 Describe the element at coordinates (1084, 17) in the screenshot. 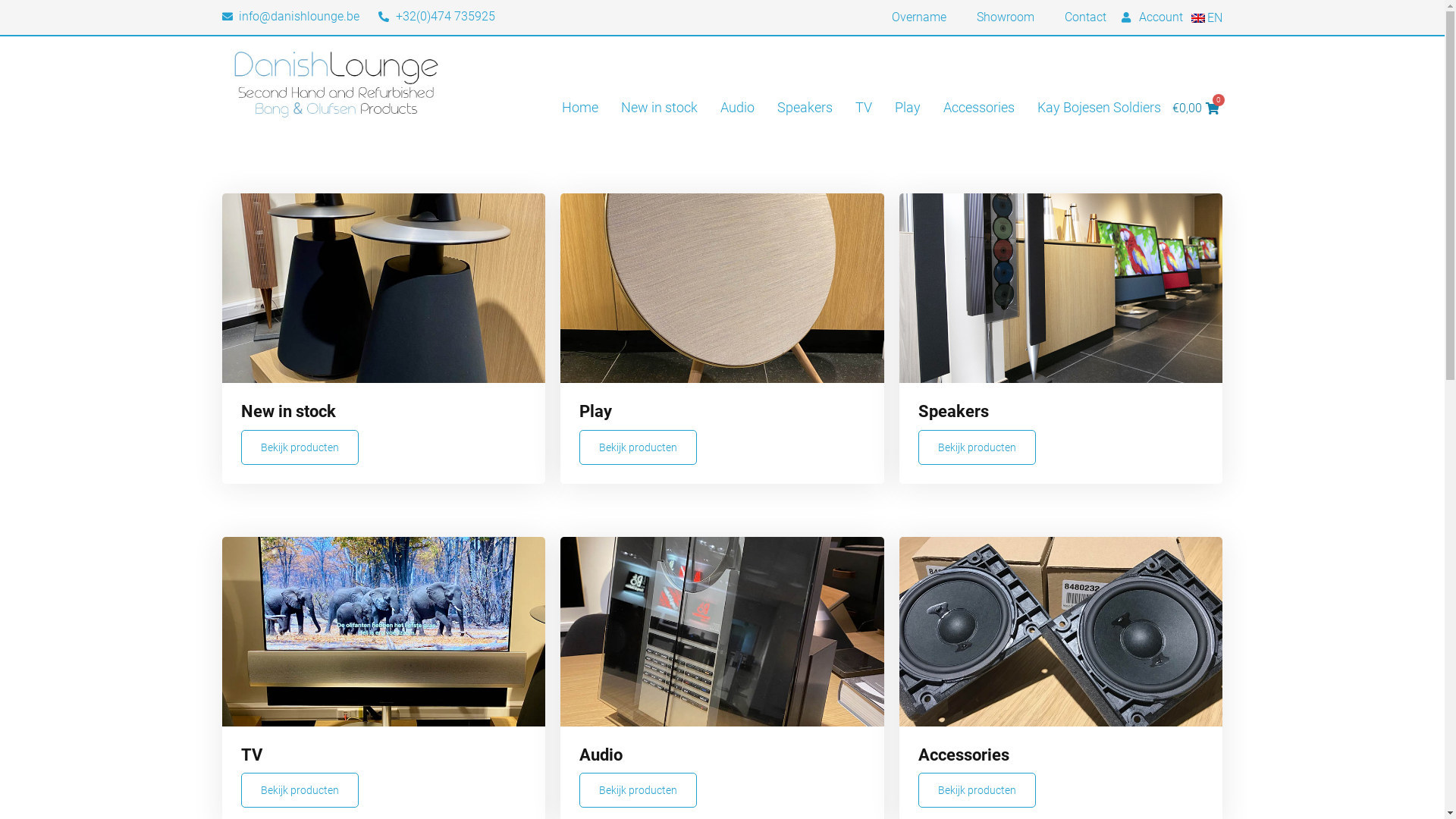

I see `'Contact'` at that location.